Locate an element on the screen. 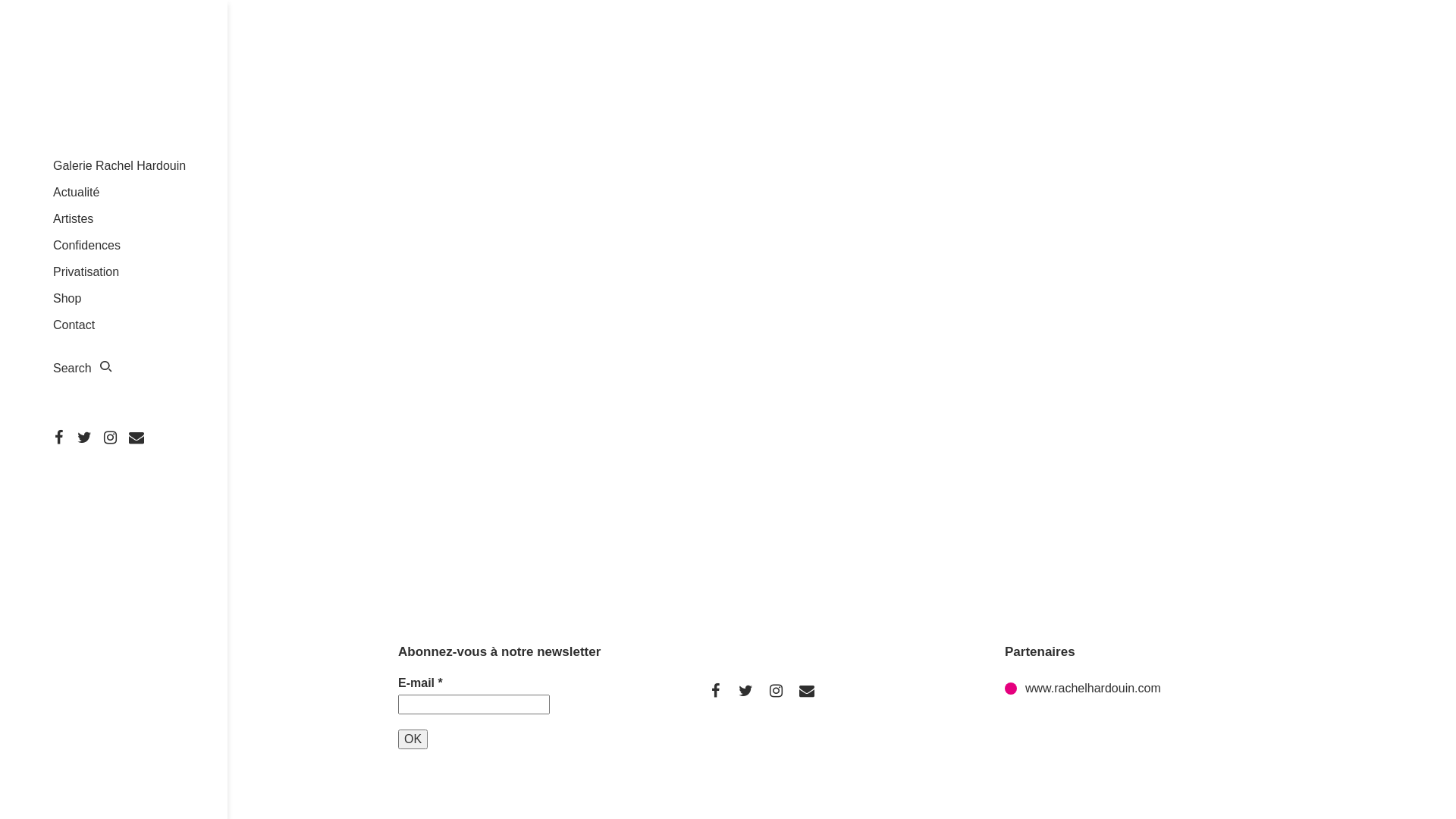 Image resolution: width=1456 pixels, height=819 pixels. 'Privatisation' is located at coordinates (85, 271).